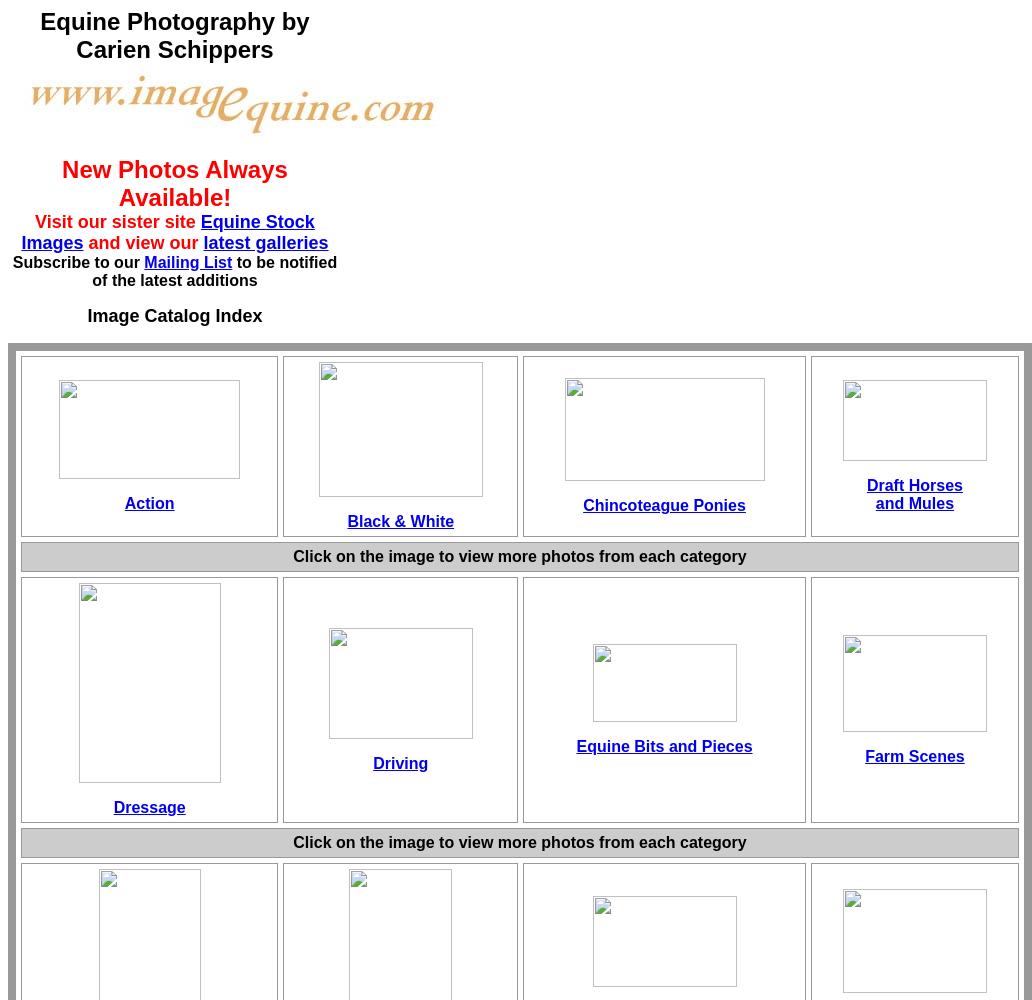 The height and width of the screenshot is (1000, 1032). I want to click on 'Image Catalog Index', so click(173, 315).